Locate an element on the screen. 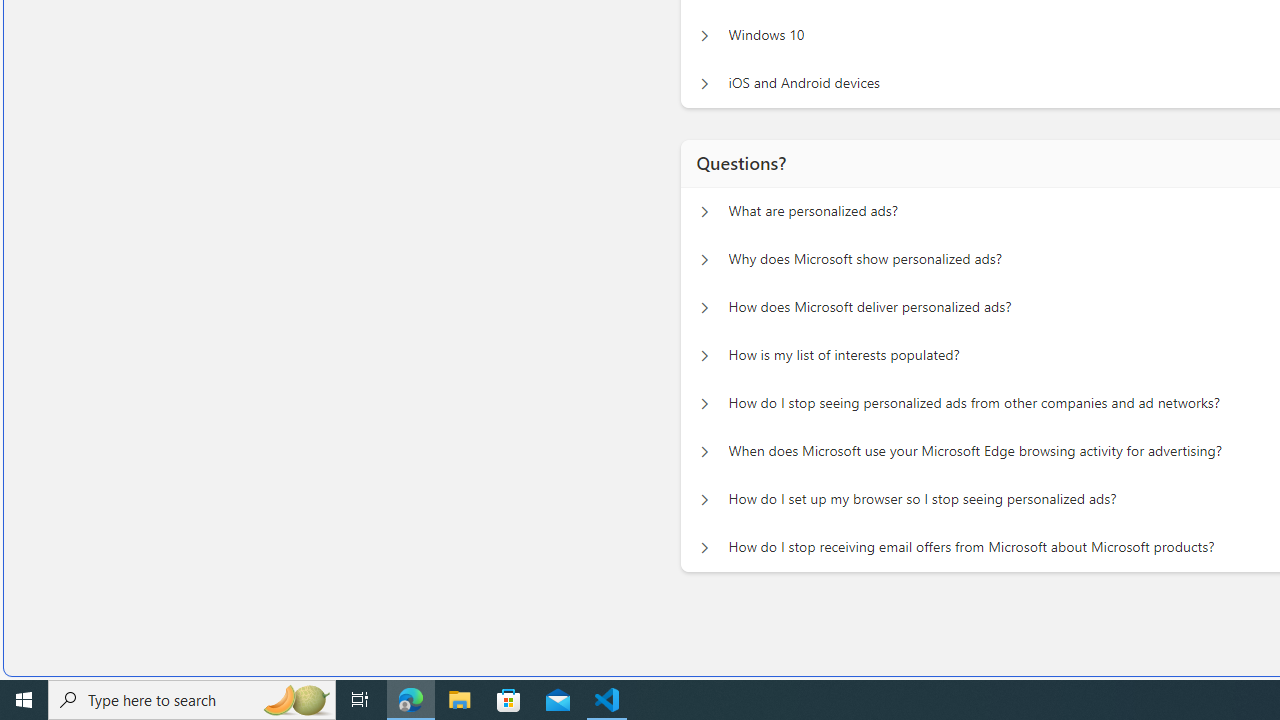  'Questions? Why does Microsoft show personalized ads?' is located at coordinates (704, 254).